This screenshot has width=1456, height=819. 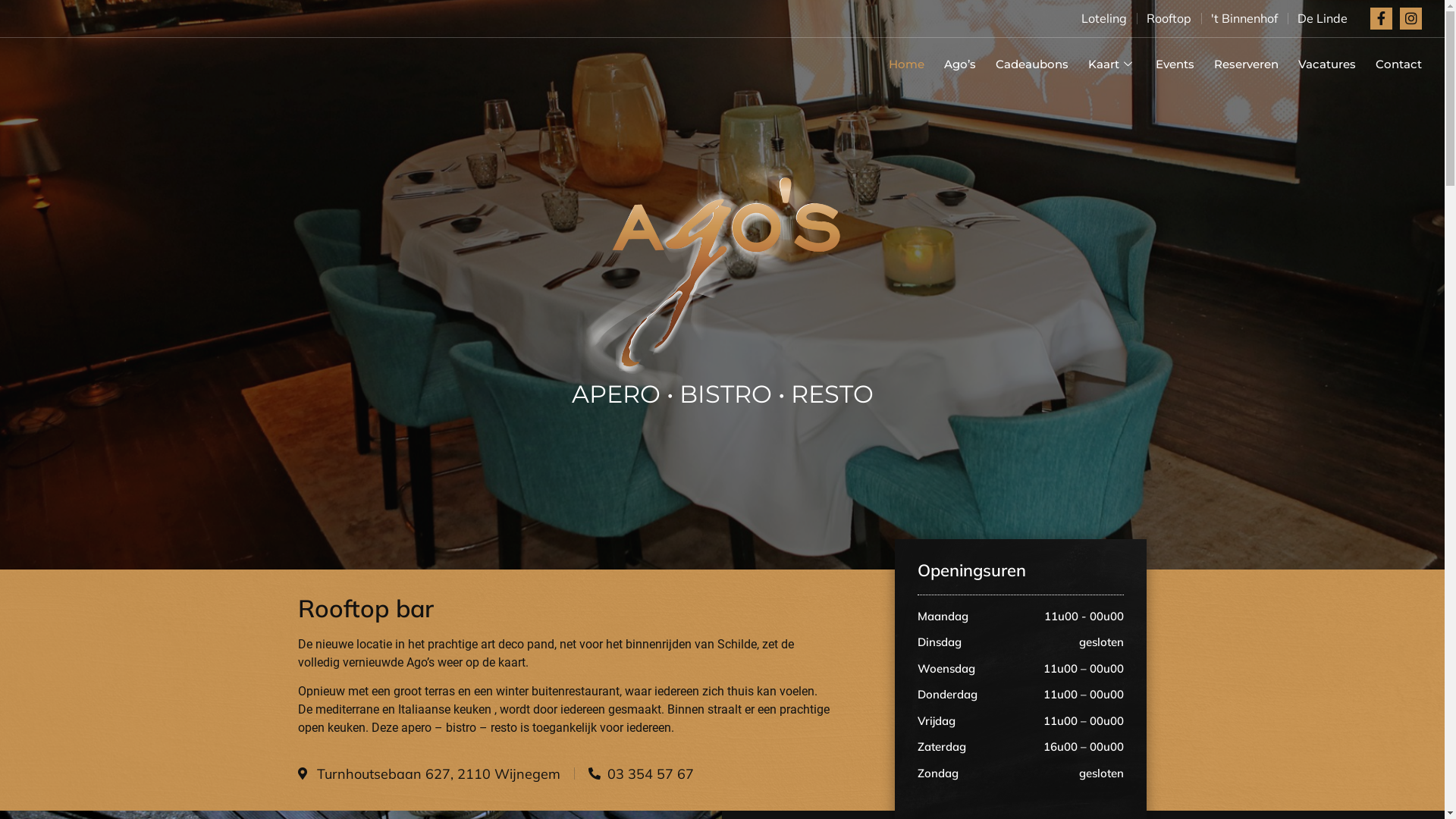 I want to click on ''t Binnenhof', so click(x=1244, y=17).